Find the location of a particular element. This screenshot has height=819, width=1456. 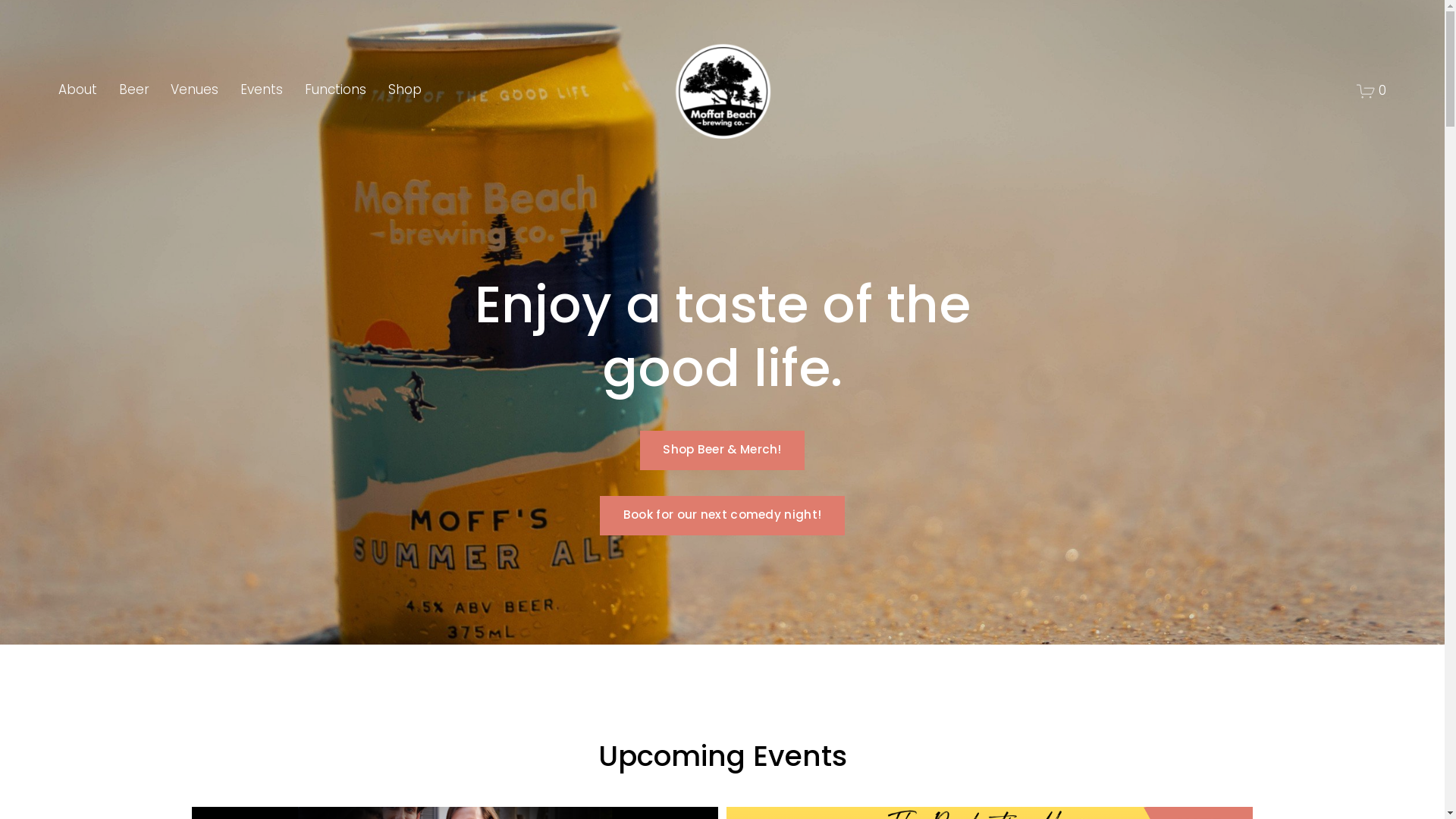

'0' is located at coordinates (1372, 91).